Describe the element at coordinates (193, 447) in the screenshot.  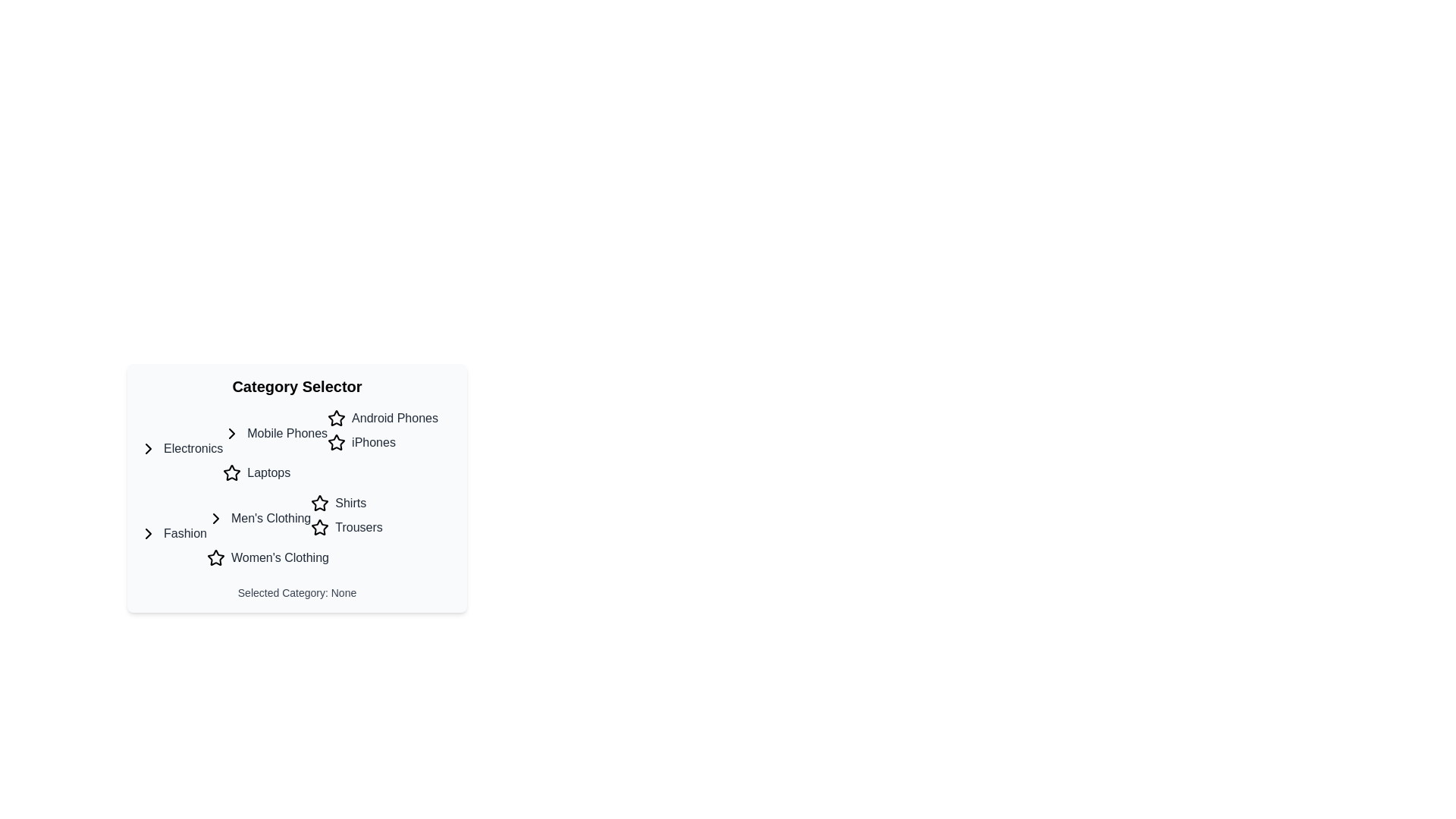
I see `the interactive text label 'Electronics' in the category selector to change its style from gray to blue` at that location.